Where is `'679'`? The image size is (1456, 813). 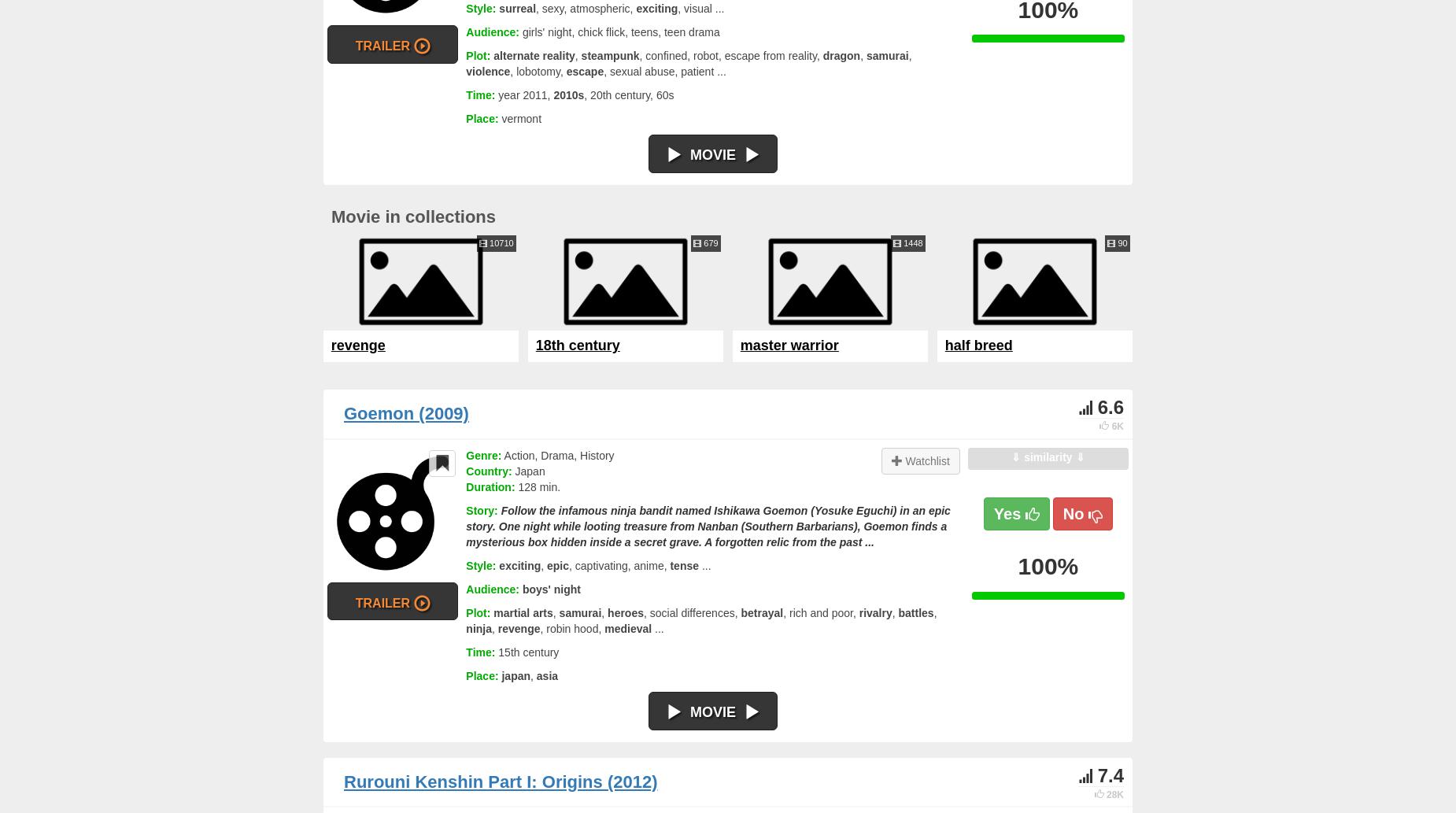
'679' is located at coordinates (709, 242).